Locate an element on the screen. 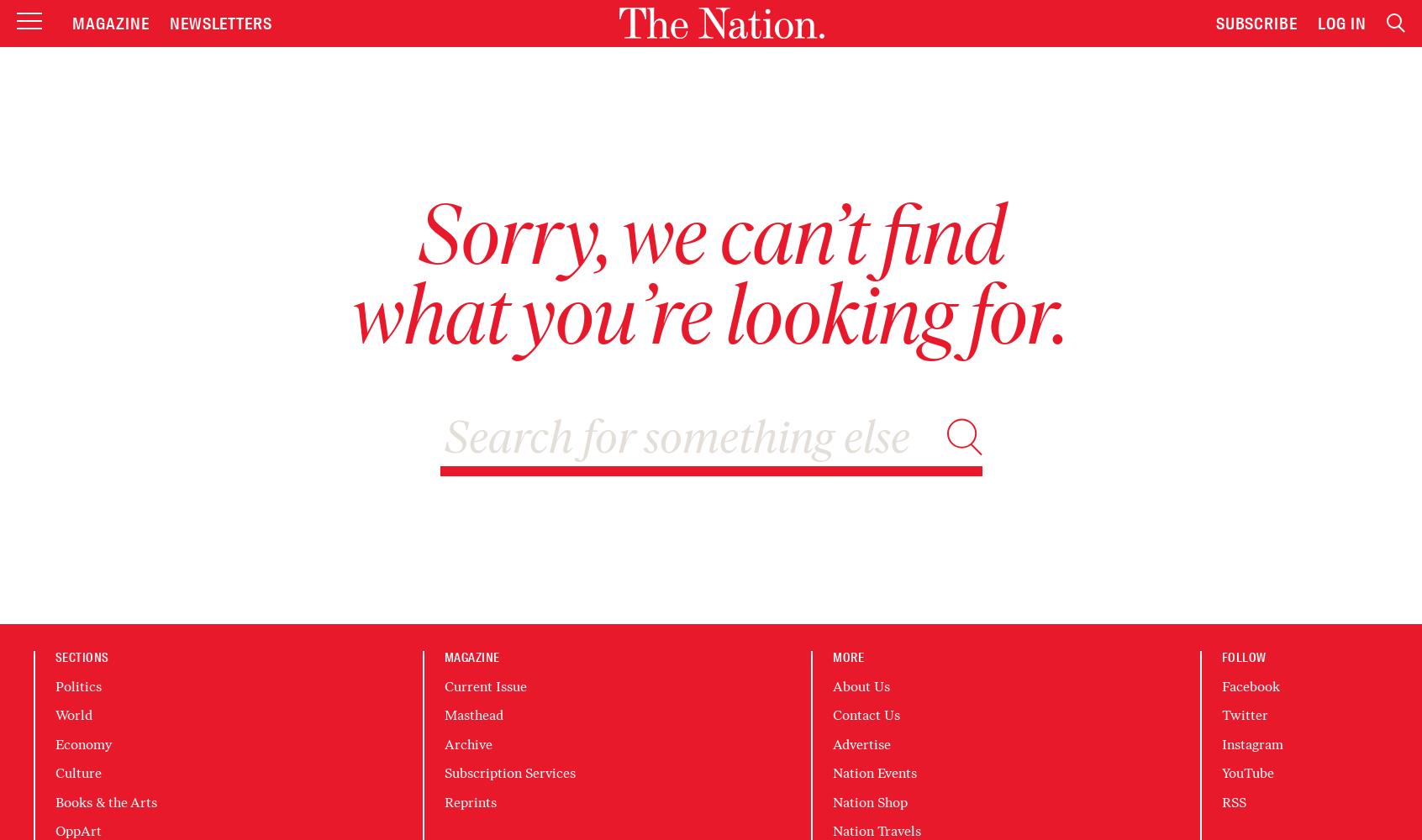 Image resolution: width=1422 pixels, height=840 pixels. 'About Us' is located at coordinates (861, 685).